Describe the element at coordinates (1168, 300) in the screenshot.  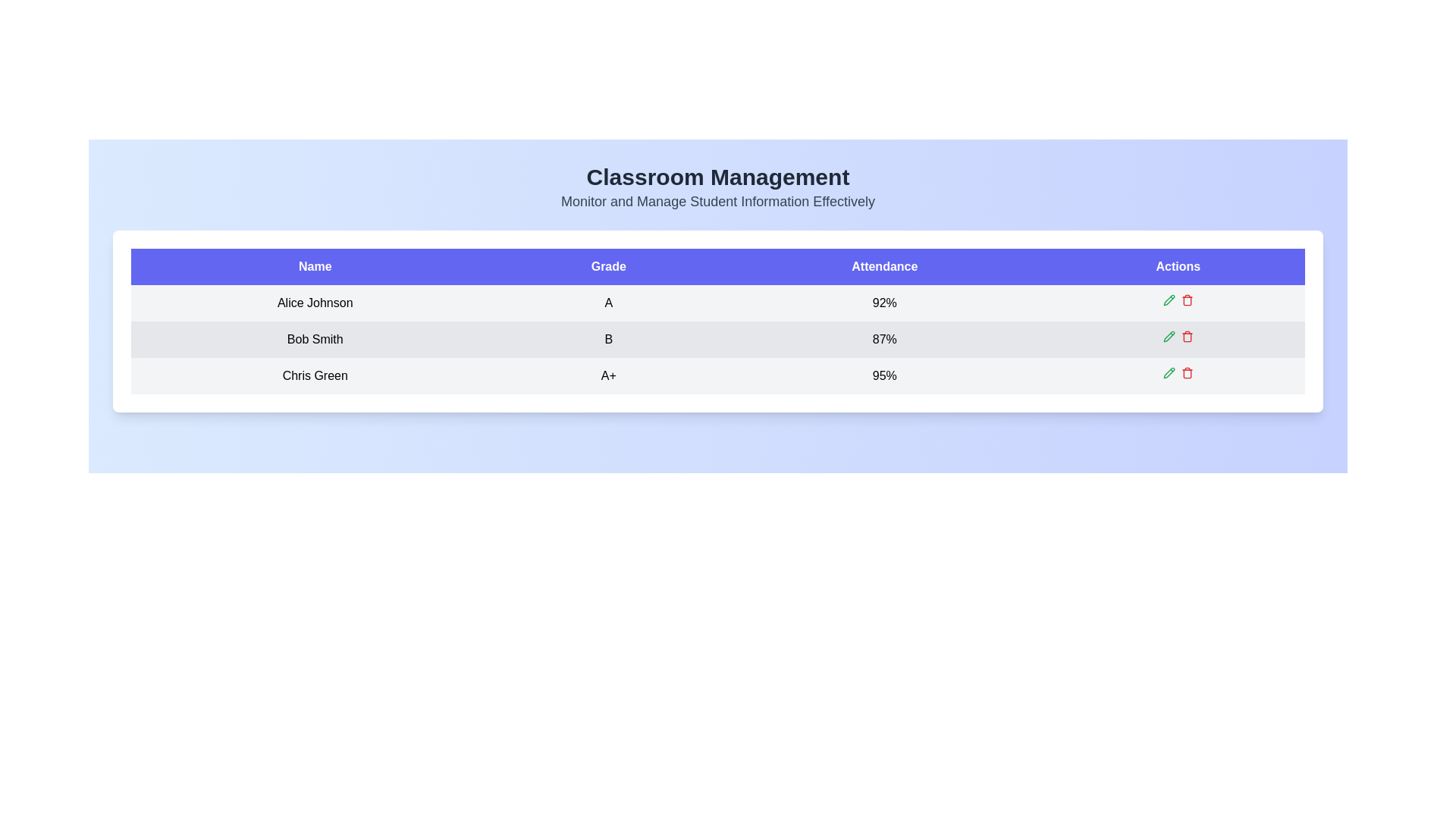
I see `the edit button located in the top row of the 'Actions' column of the table` at that location.